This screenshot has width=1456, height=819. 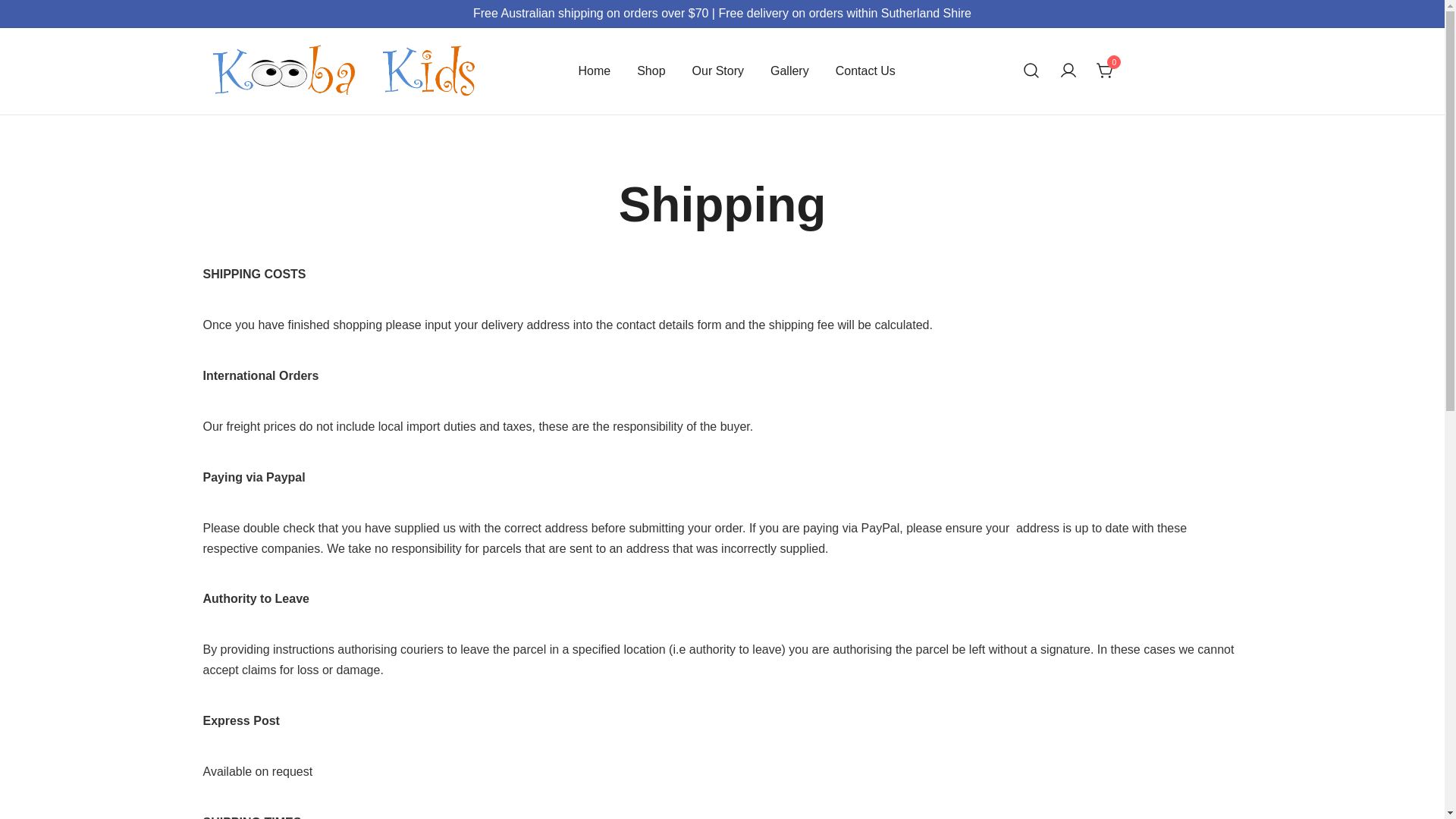 What do you see at coordinates (651, 71) in the screenshot?
I see `'Shop'` at bounding box center [651, 71].